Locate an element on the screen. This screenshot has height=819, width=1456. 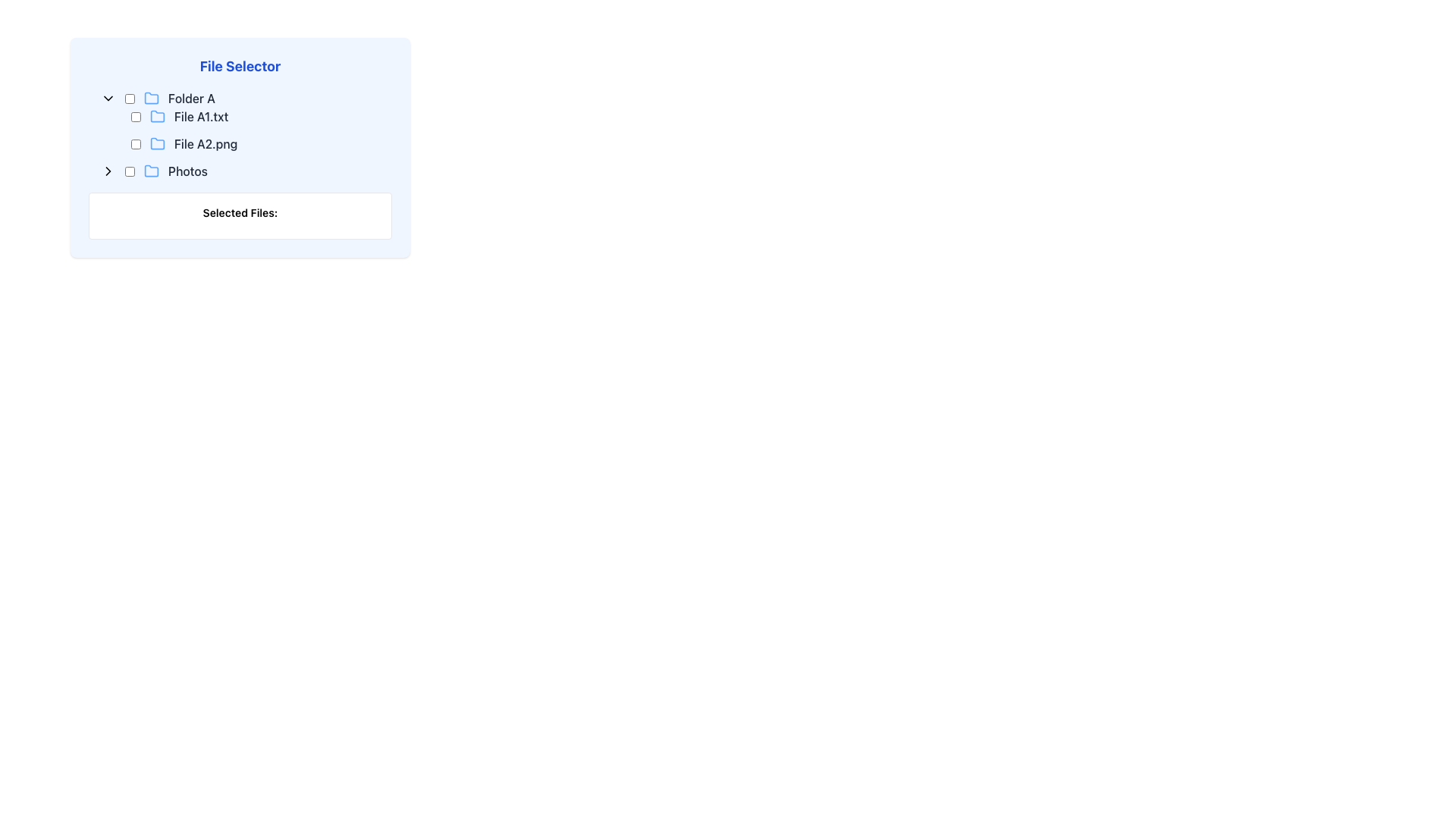
the checkbox associated with 'File A1.txt' to provide potential visual feedback is located at coordinates (136, 116).